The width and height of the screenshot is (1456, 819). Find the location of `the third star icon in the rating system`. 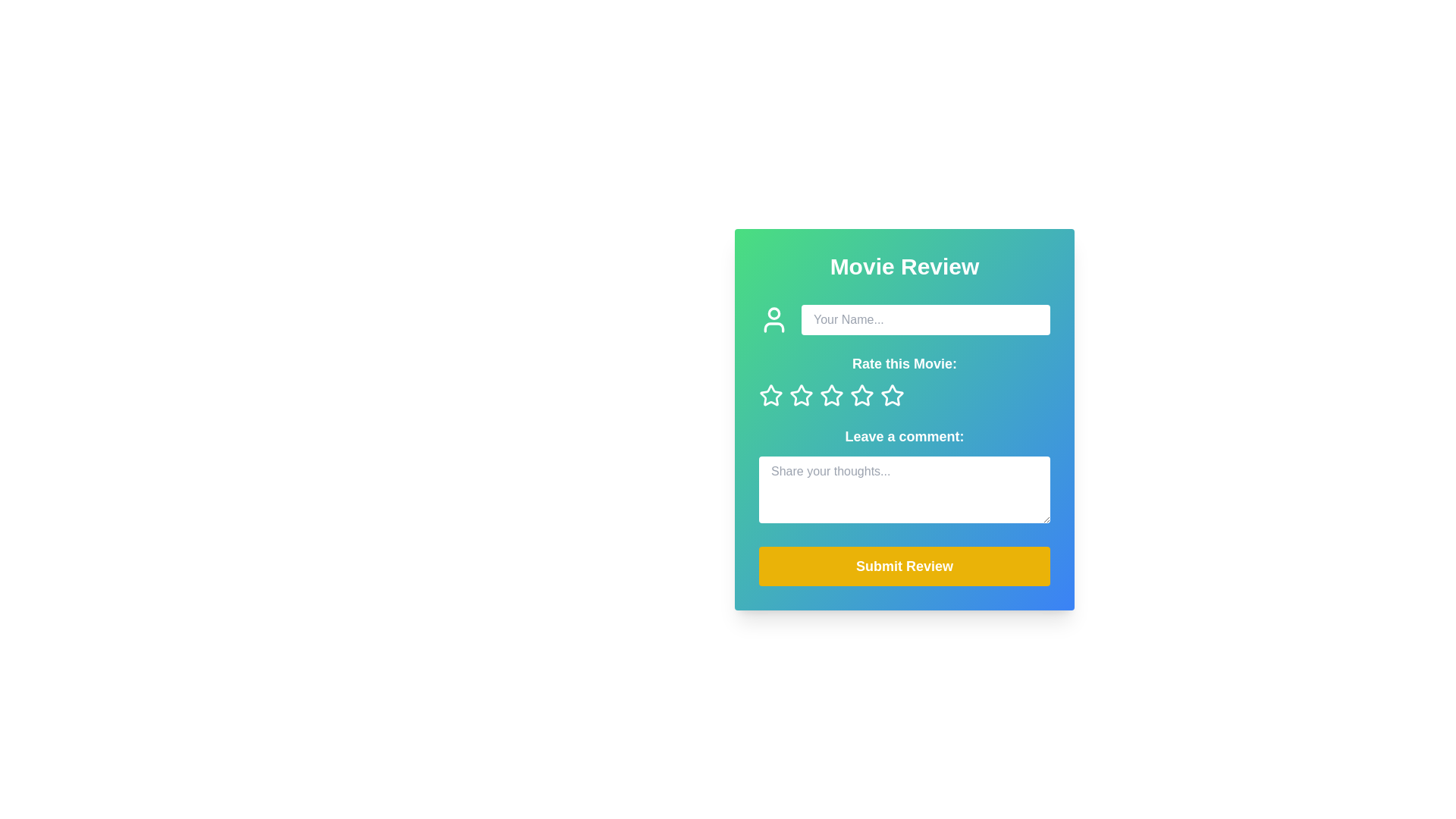

the third star icon in the rating system is located at coordinates (862, 394).